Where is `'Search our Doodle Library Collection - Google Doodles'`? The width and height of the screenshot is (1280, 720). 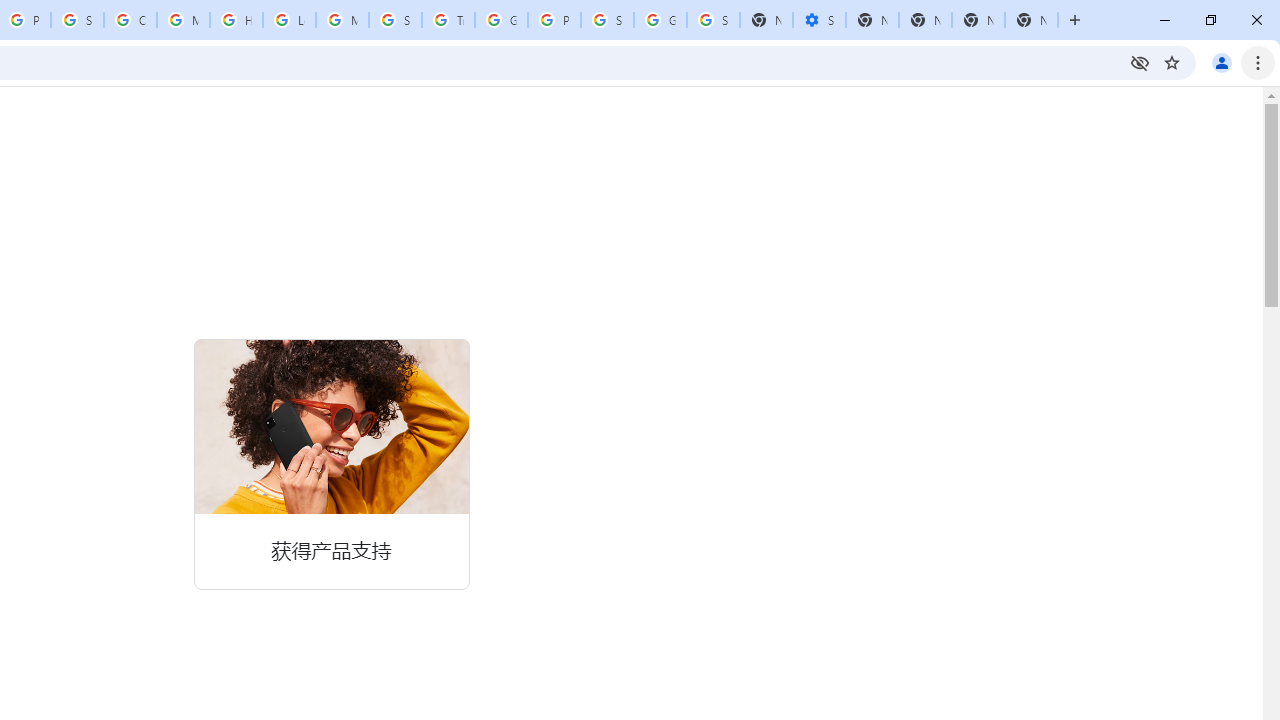
'Search our Doodle Library Collection - Google Doodles' is located at coordinates (395, 20).